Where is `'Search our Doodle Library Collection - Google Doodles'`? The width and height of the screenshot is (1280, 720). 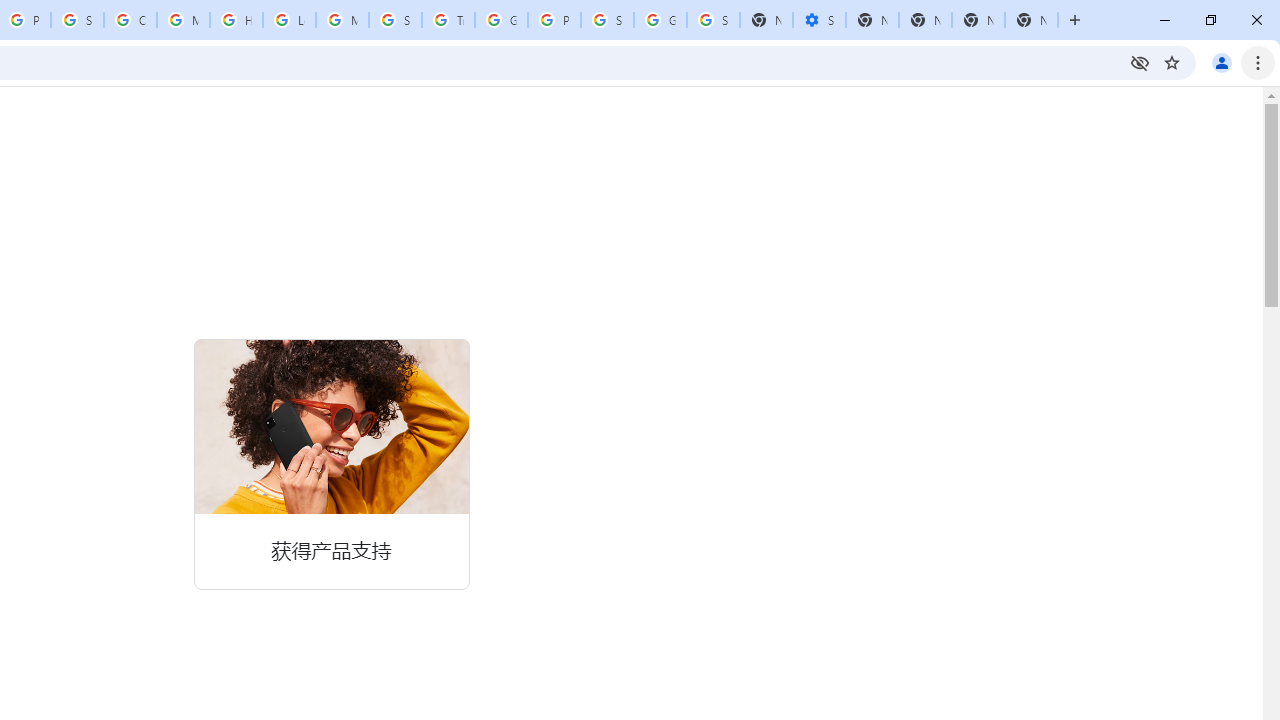
'Search our Doodle Library Collection - Google Doodles' is located at coordinates (395, 20).